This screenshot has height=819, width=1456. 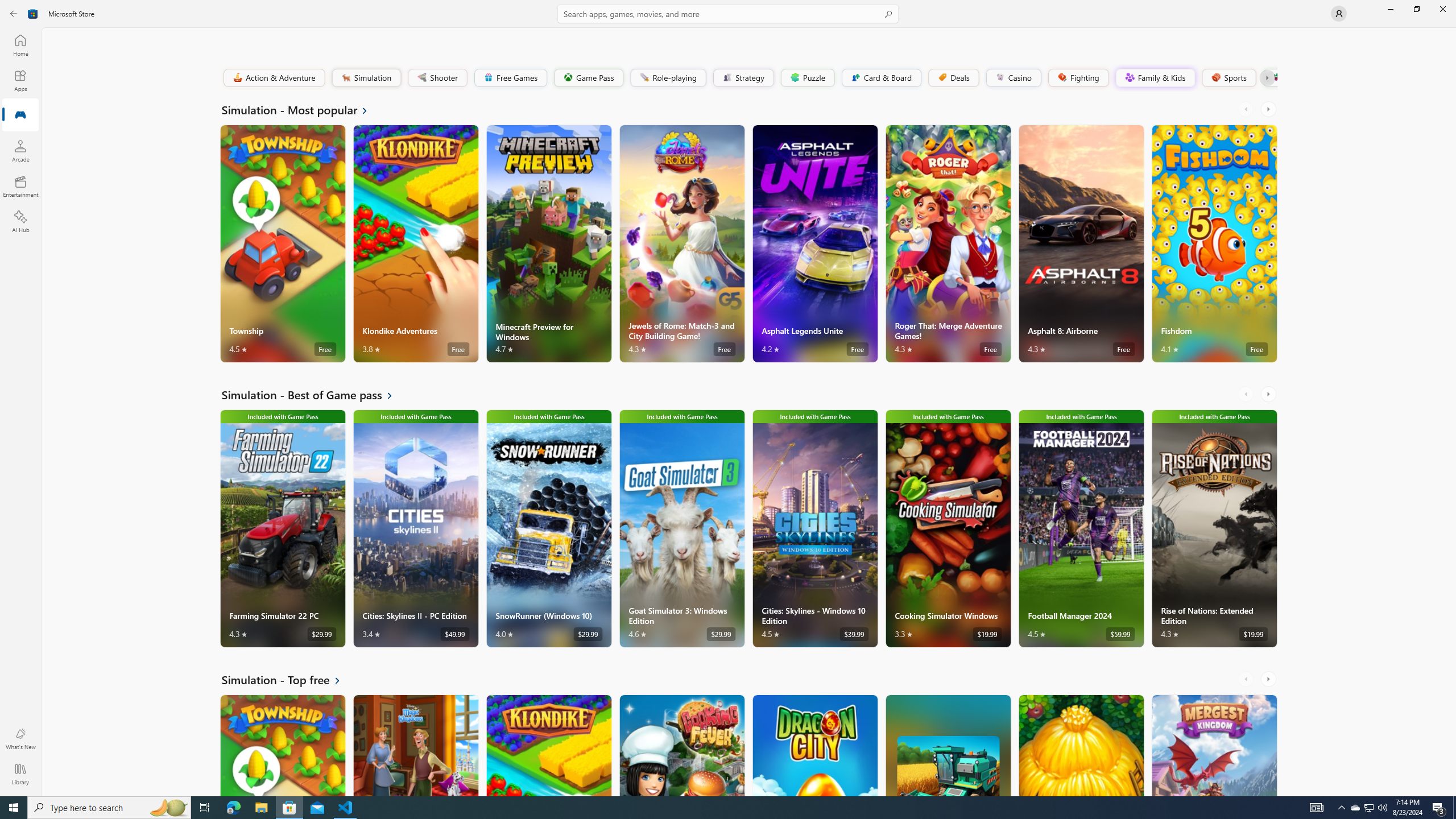 What do you see at coordinates (19, 150) in the screenshot?
I see `'Arcade'` at bounding box center [19, 150].